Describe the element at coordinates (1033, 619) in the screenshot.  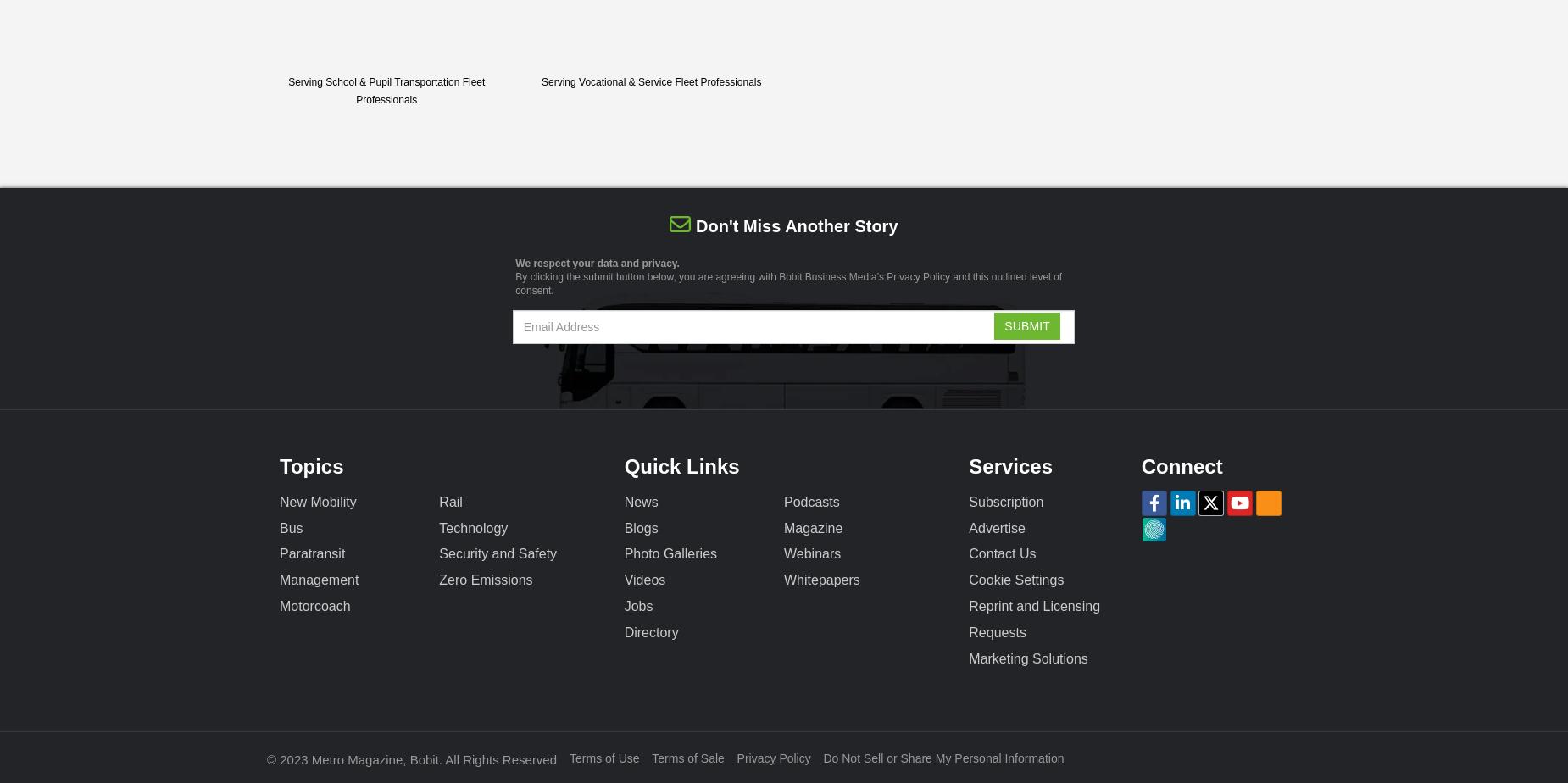
I see `'Reprint and Licensing Requests'` at that location.